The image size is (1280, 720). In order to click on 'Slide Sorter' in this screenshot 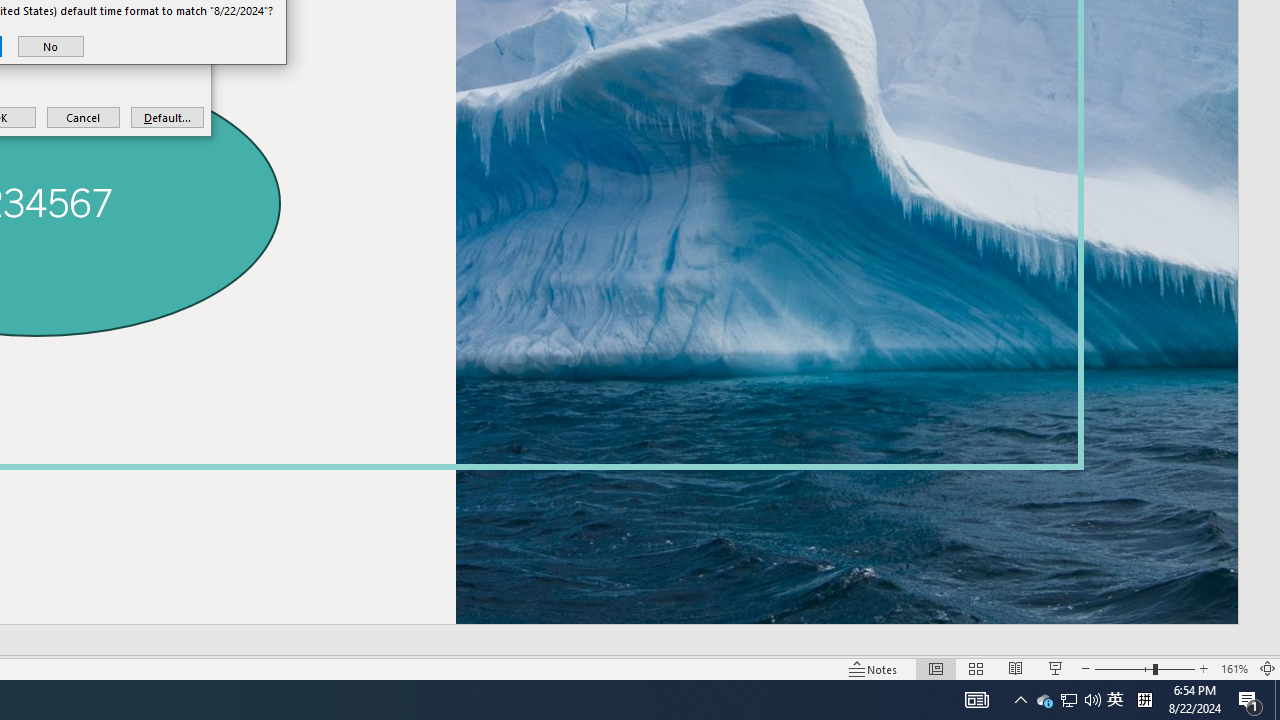, I will do `click(976, 669)`.